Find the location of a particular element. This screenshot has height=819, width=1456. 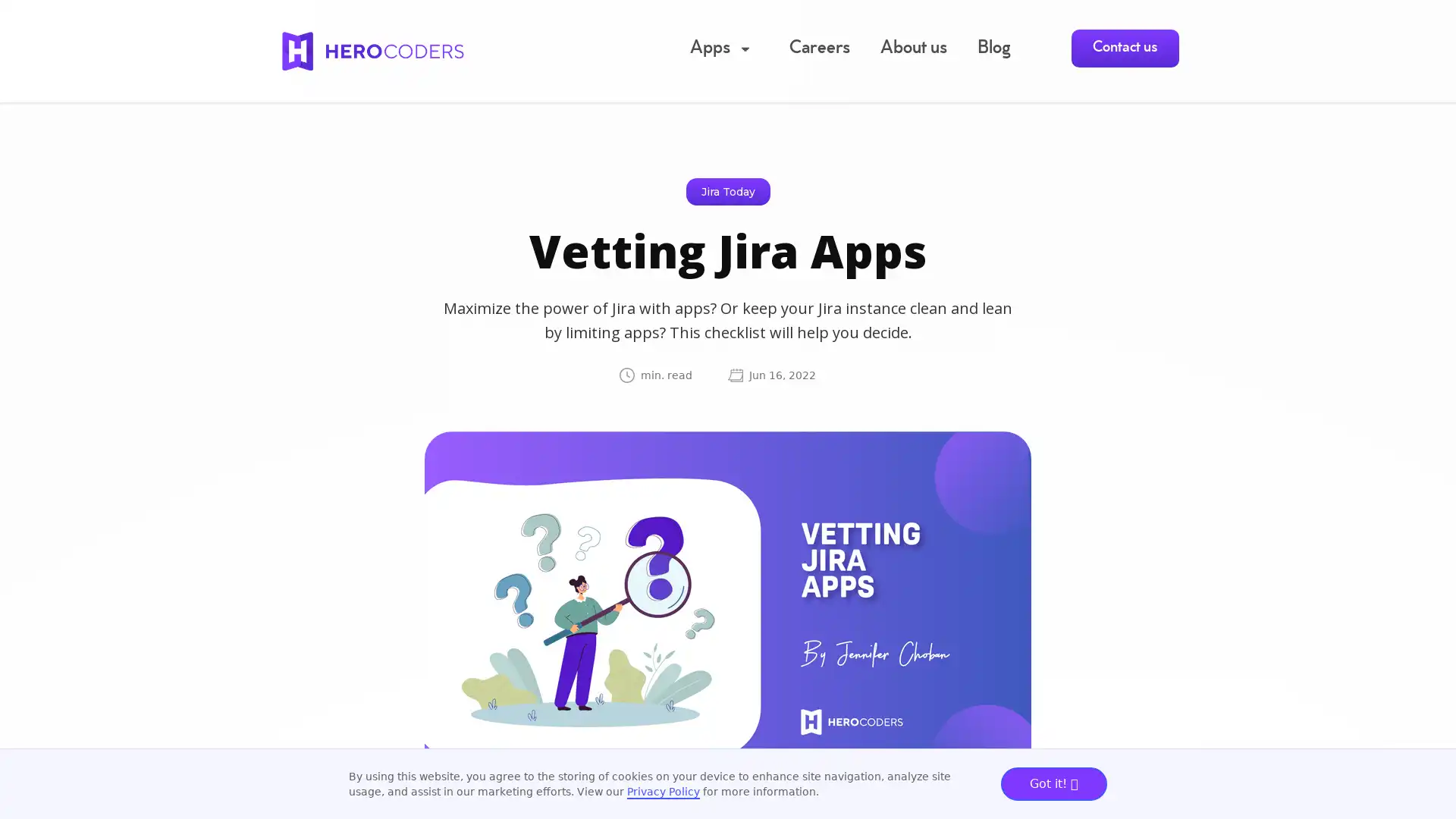

Got it! is located at coordinates (1053, 783).